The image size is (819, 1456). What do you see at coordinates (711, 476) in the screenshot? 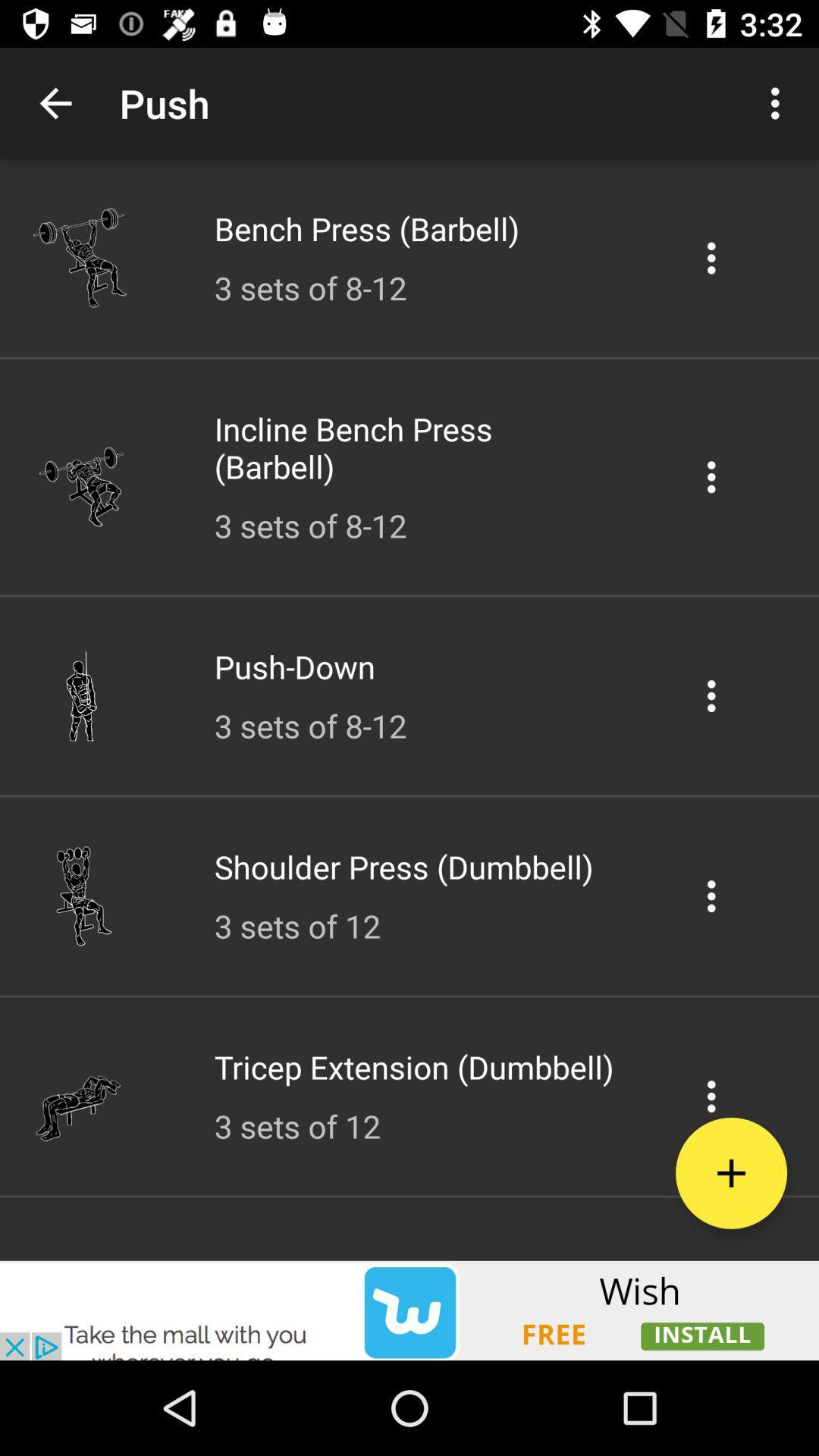
I see `the icon in the 2nd list` at bounding box center [711, 476].